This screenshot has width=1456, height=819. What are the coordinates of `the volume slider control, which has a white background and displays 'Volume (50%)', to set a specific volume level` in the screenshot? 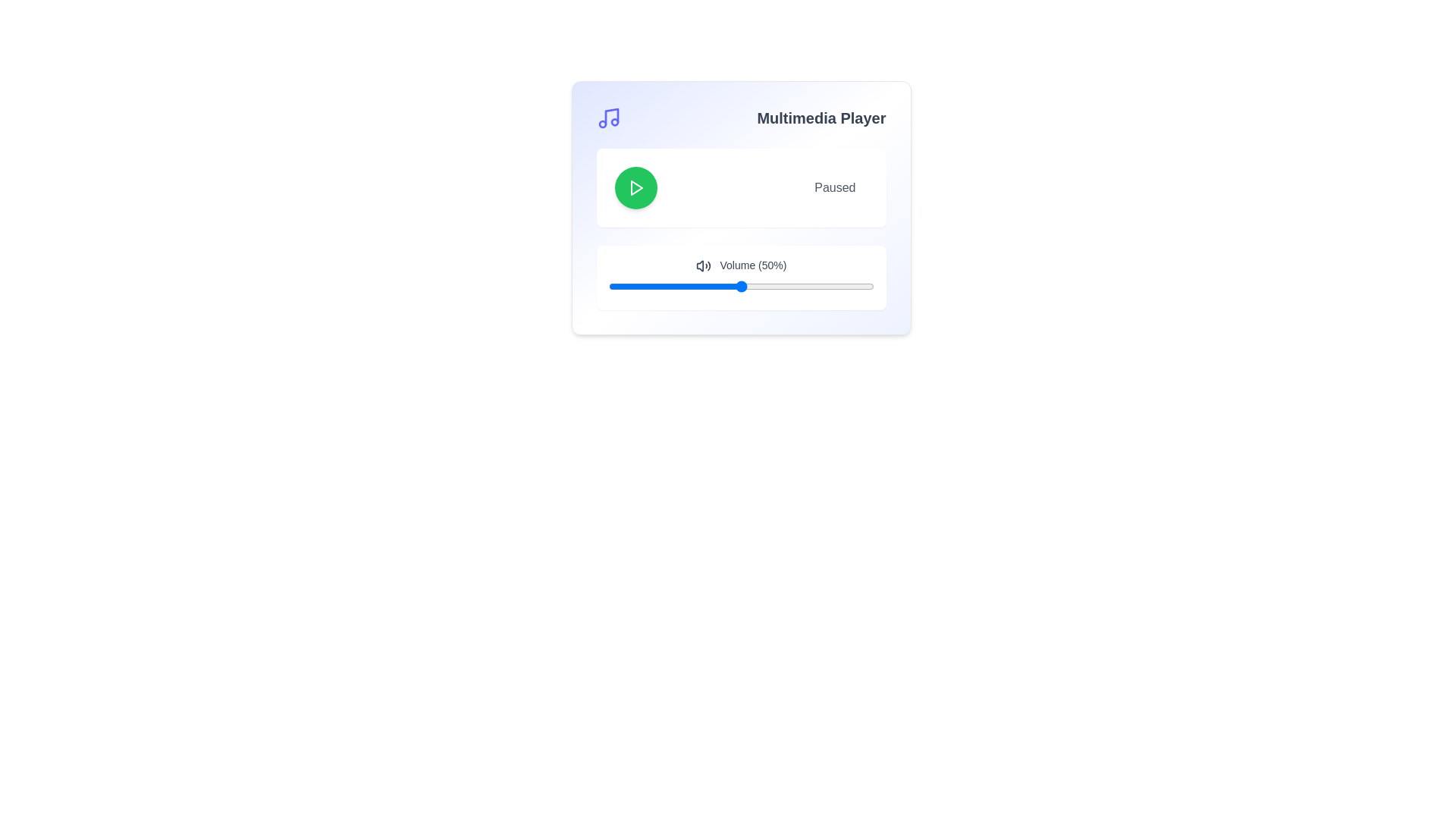 It's located at (741, 278).